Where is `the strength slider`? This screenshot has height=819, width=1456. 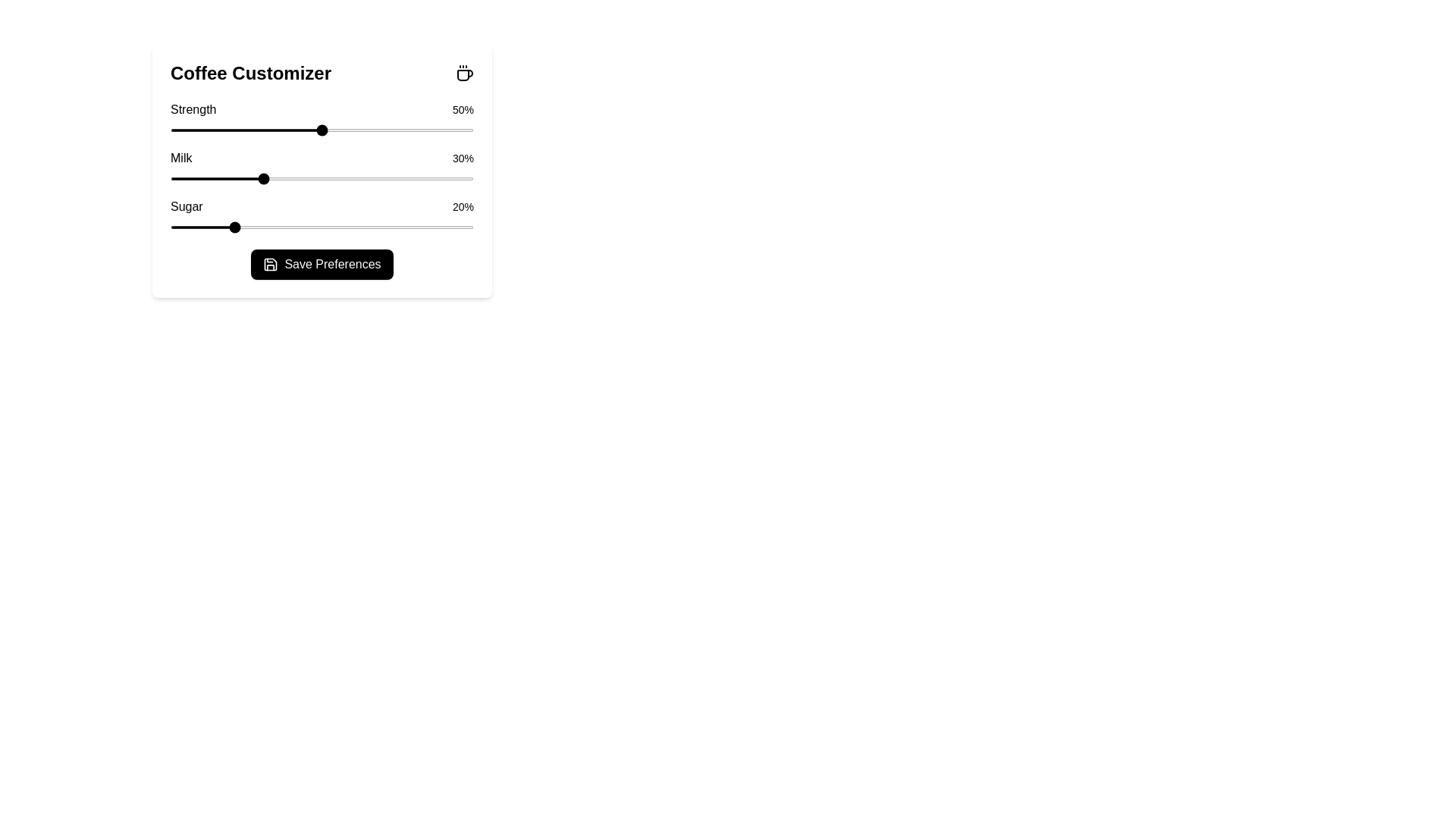 the strength slider is located at coordinates (252, 130).